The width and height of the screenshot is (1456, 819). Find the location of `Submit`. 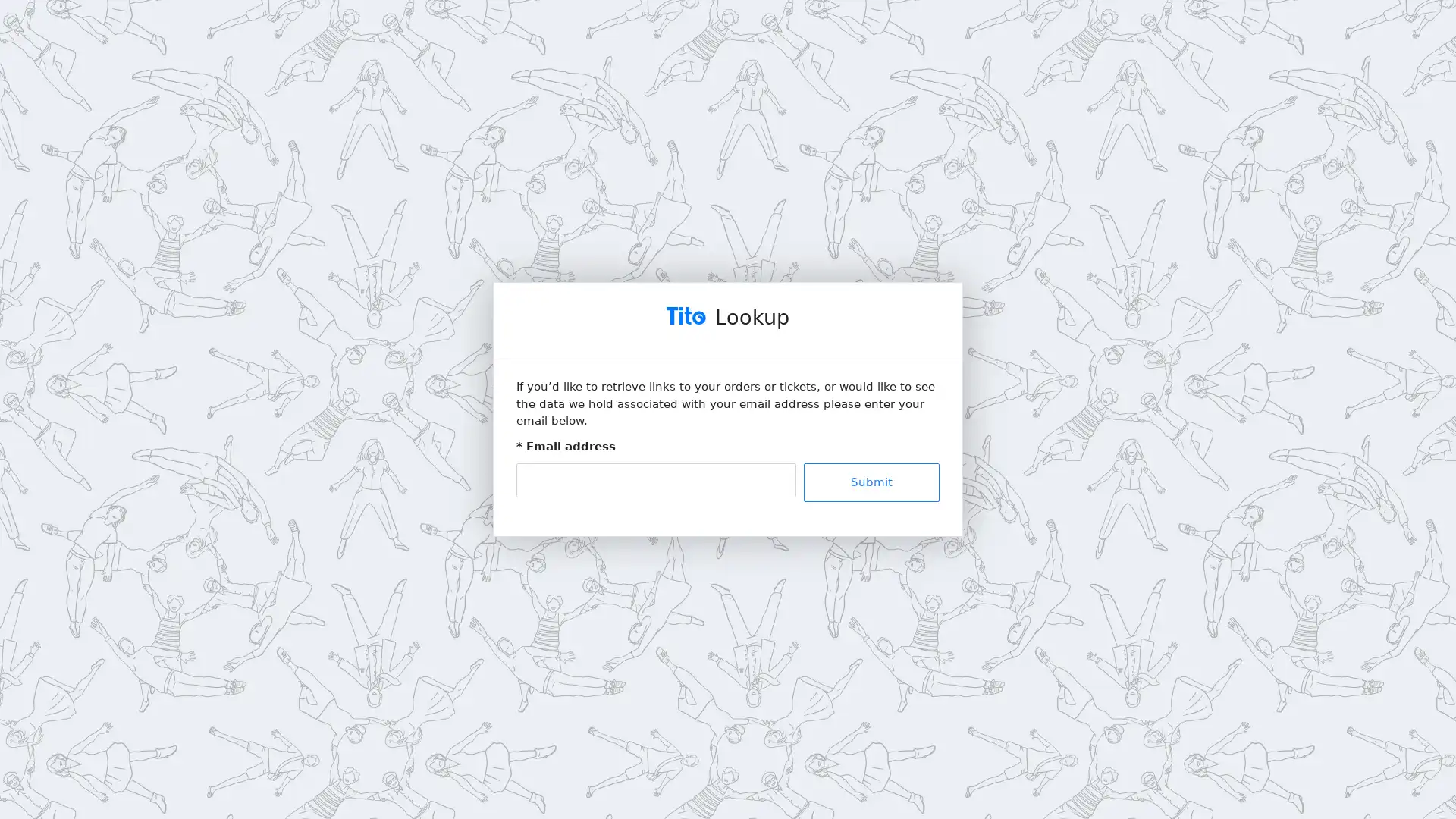

Submit is located at coordinates (871, 482).